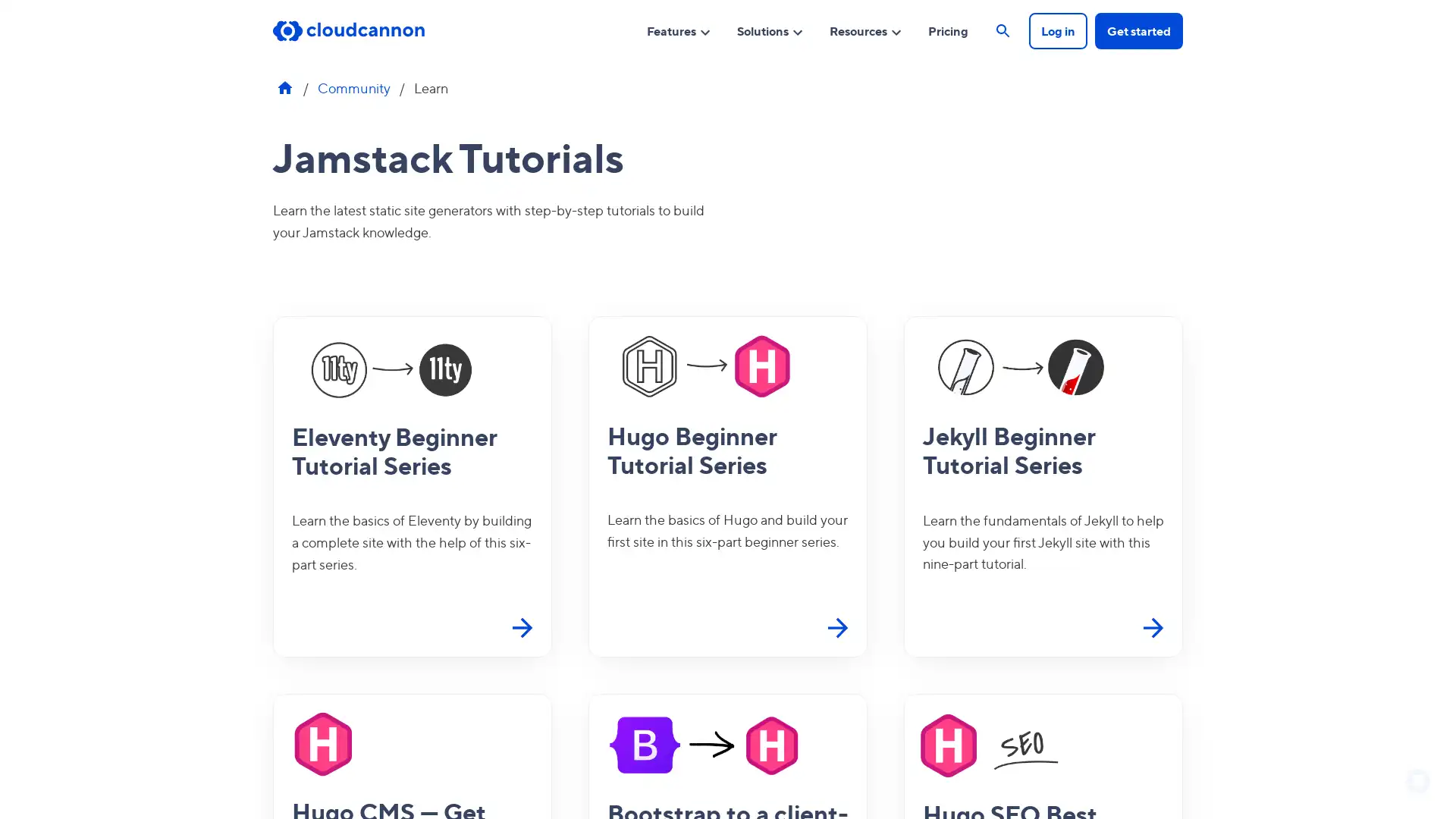 This screenshot has width=1456, height=819. I want to click on Solutions, so click(770, 30).